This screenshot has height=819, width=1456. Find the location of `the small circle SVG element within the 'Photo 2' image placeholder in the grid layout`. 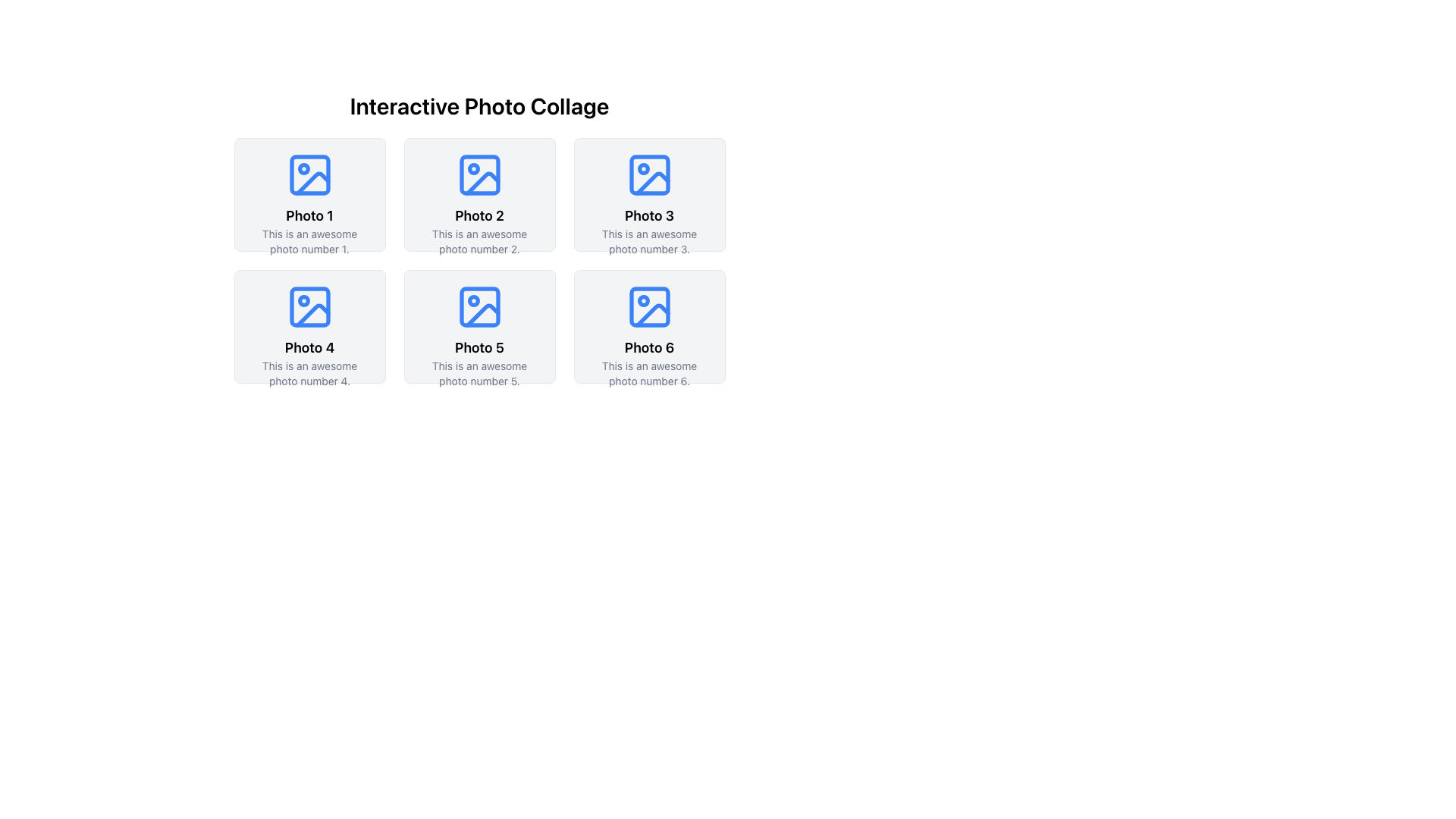

the small circle SVG element within the 'Photo 2' image placeholder in the grid layout is located at coordinates (472, 169).